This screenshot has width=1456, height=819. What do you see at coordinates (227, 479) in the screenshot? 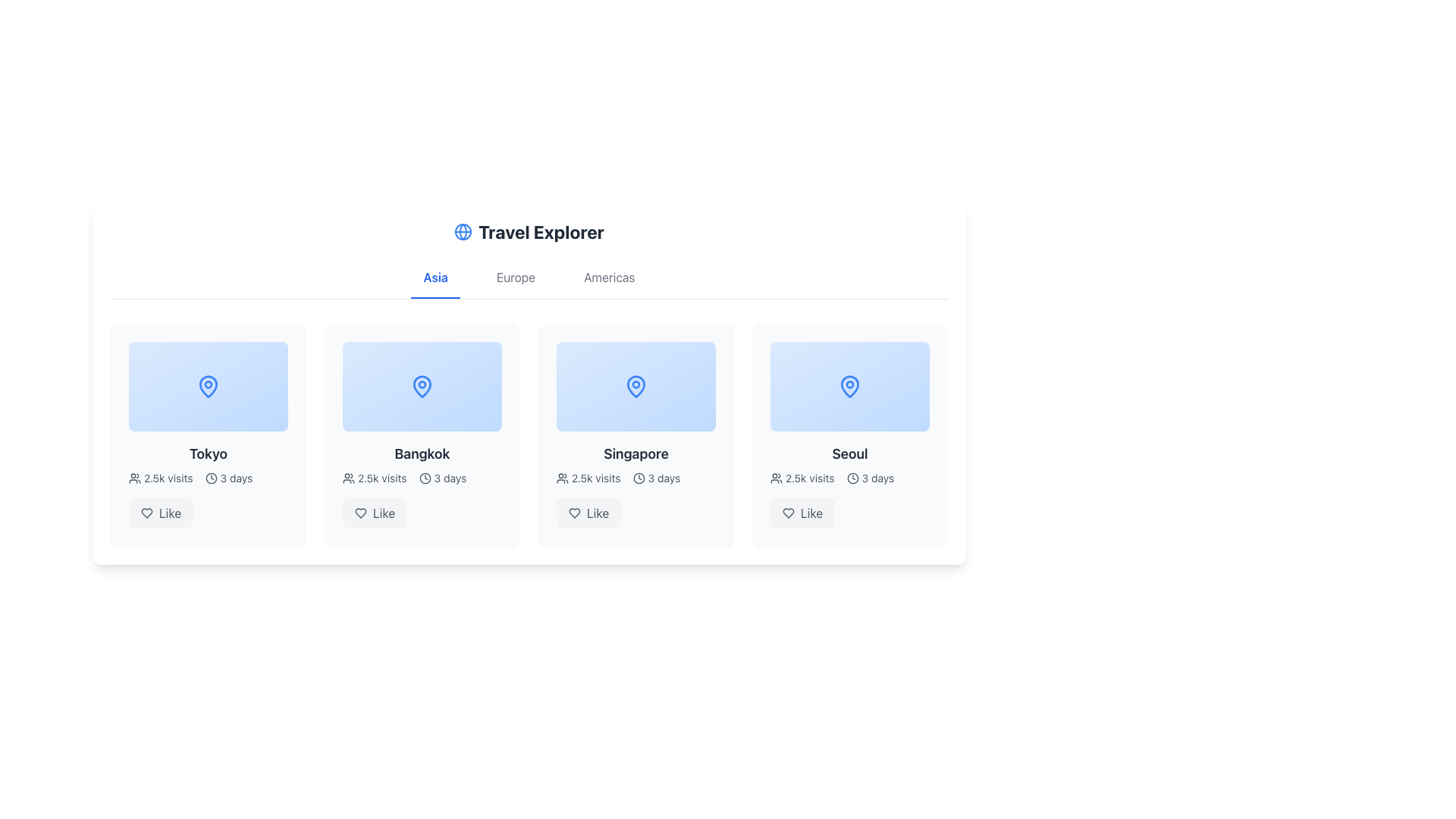
I see `the duration indicator element located within the 'Tokyo' card, which displays the time duration related to the main content, positioned rightmost on the row with '2.5k visits' text and a heart-shaped 'Like' button` at bounding box center [227, 479].